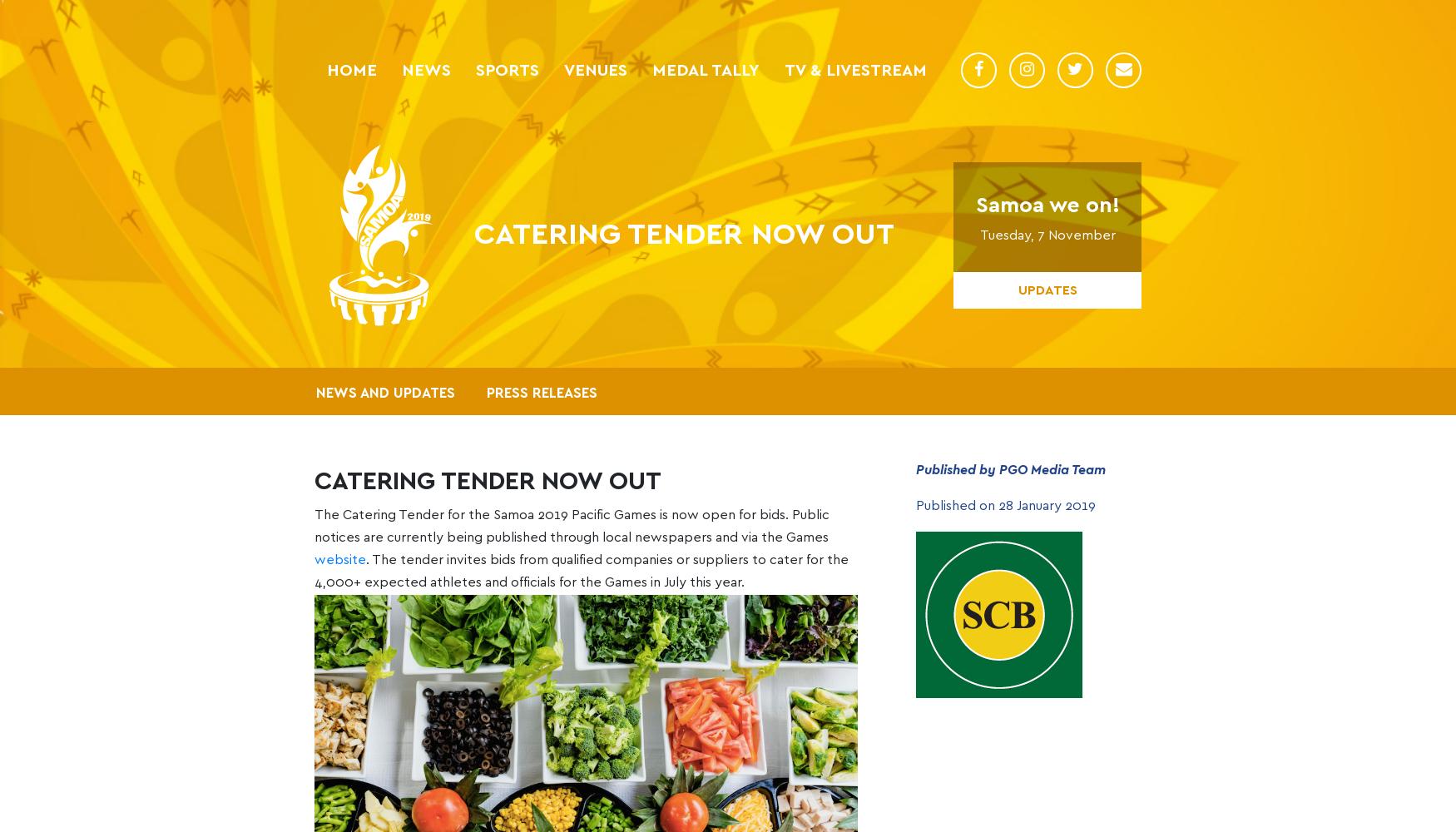 The width and height of the screenshot is (1456, 832). Describe the element at coordinates (487, 392) in the screenshot. I see `'Press Releases'` at that location.